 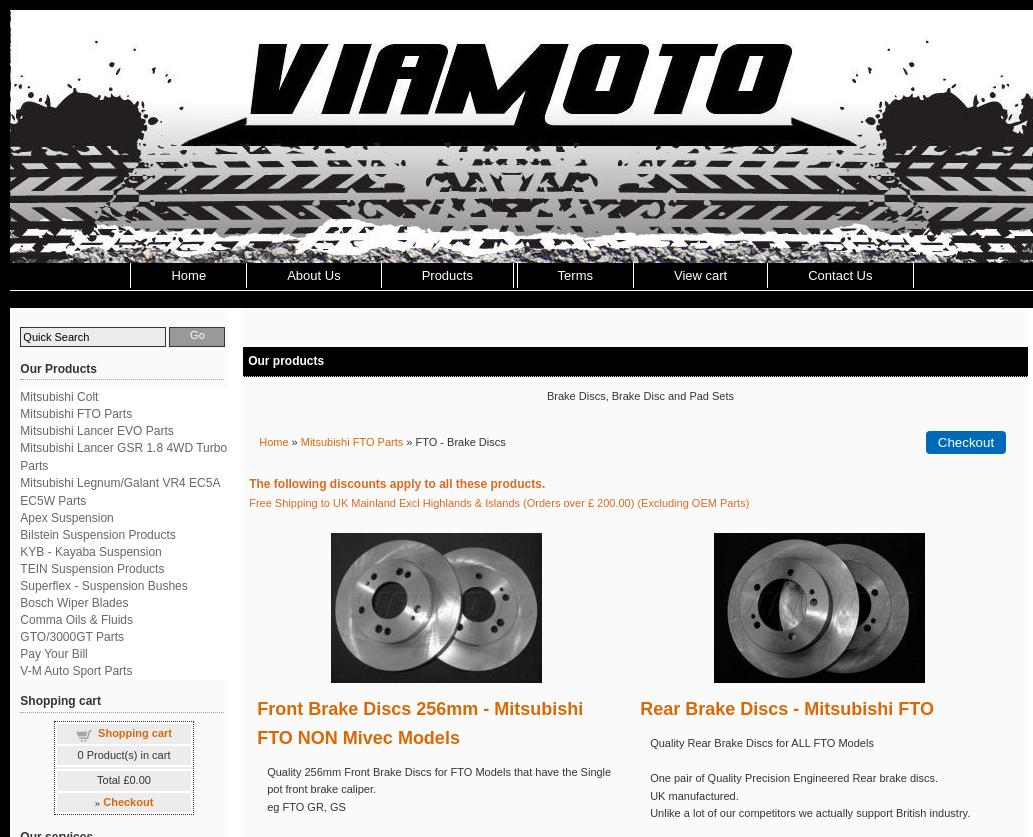 What do you see at coordinates (693, 793) in the screenshot?
I see `'UK manufactured.'` at bounding box center [693, 793].